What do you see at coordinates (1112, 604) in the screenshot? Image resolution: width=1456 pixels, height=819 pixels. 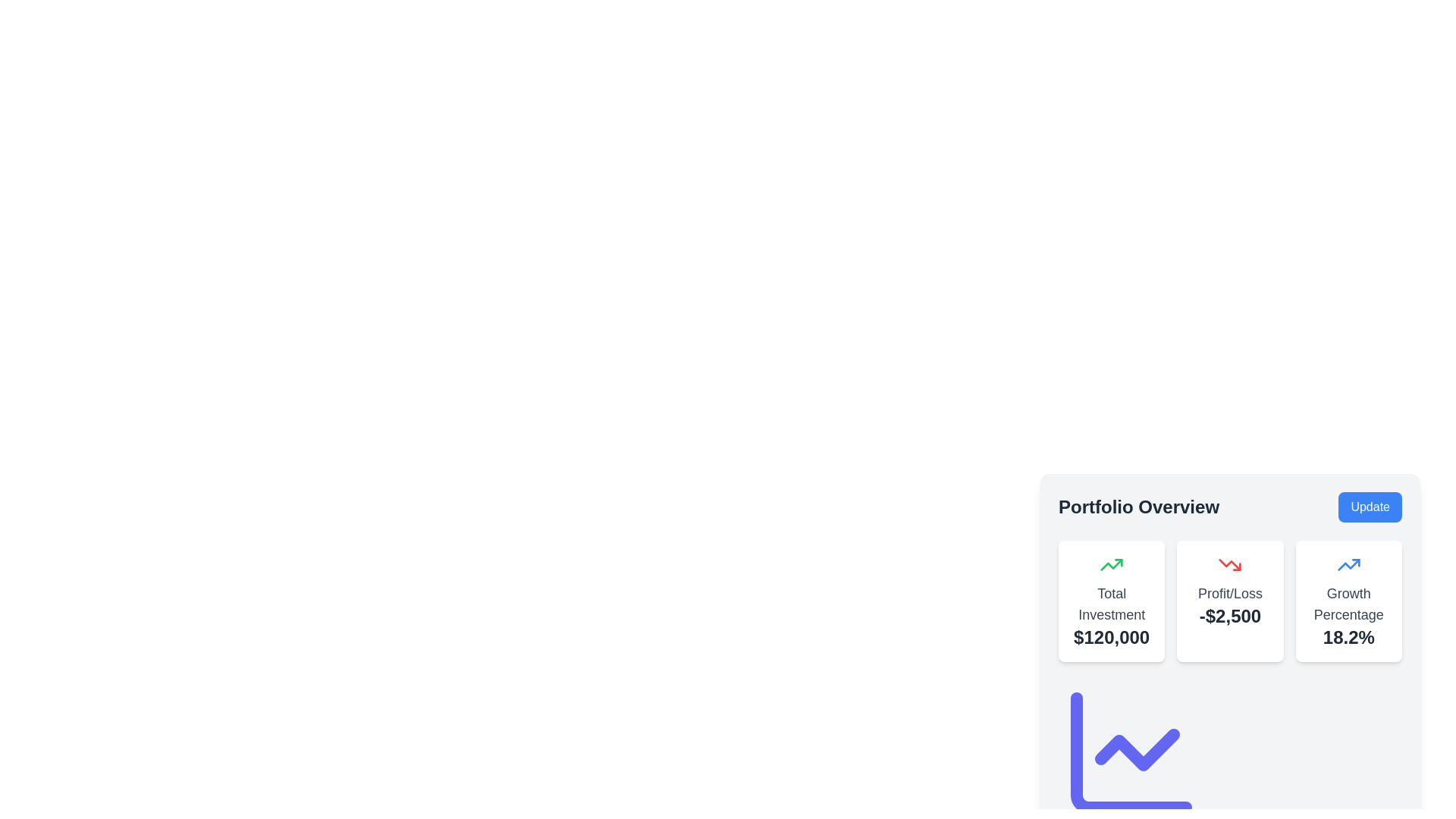 I see `the 'Total Investment' label, which is a descriptive text component displayed in a medium-sized, gray font above the bold numeric value '$120,000' within a card layout` at bounding box center [1112, 604].